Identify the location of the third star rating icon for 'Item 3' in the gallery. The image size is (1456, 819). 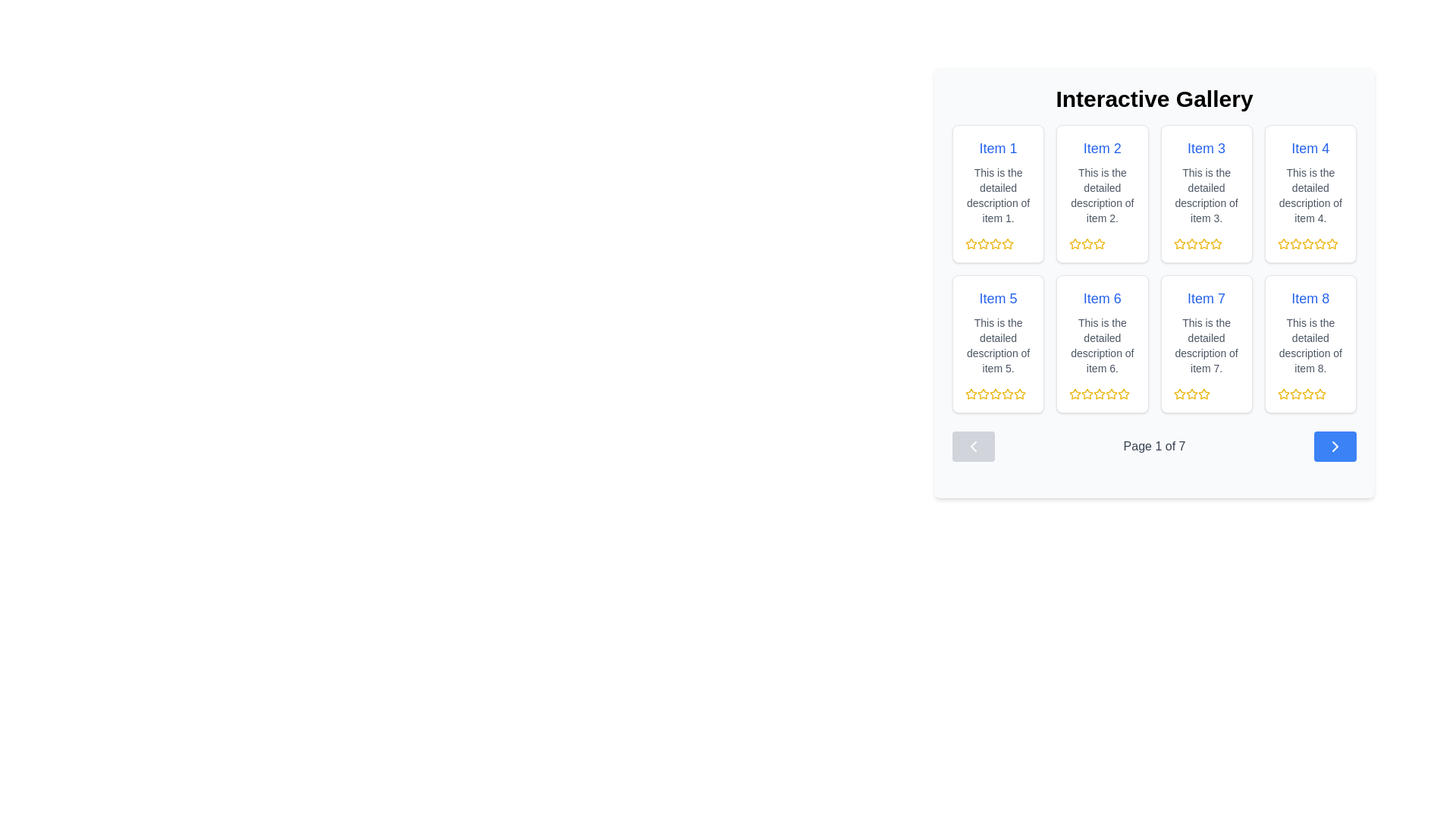
(1203, 243).